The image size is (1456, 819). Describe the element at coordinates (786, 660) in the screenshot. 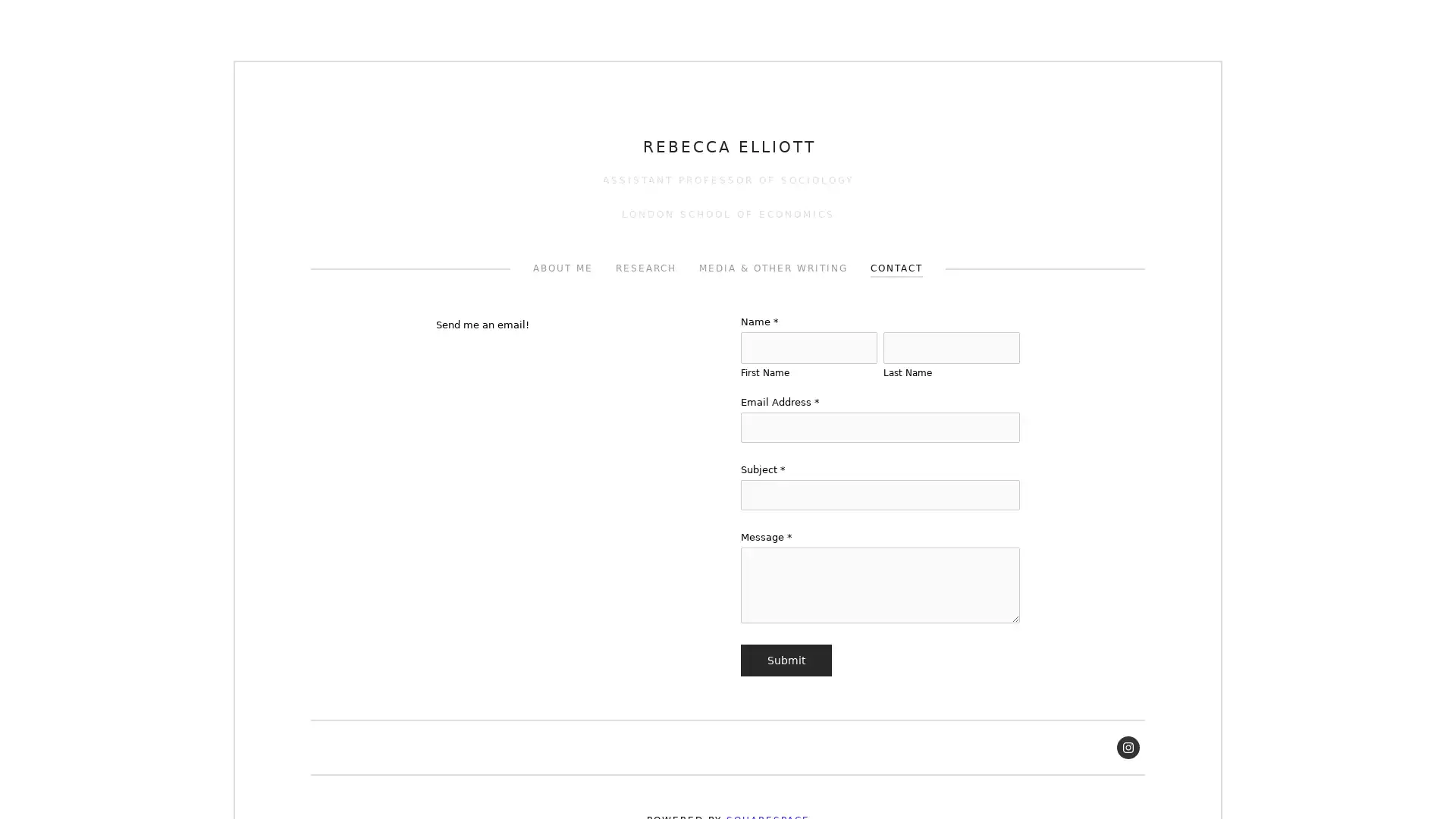

I see `Submit` at that location.